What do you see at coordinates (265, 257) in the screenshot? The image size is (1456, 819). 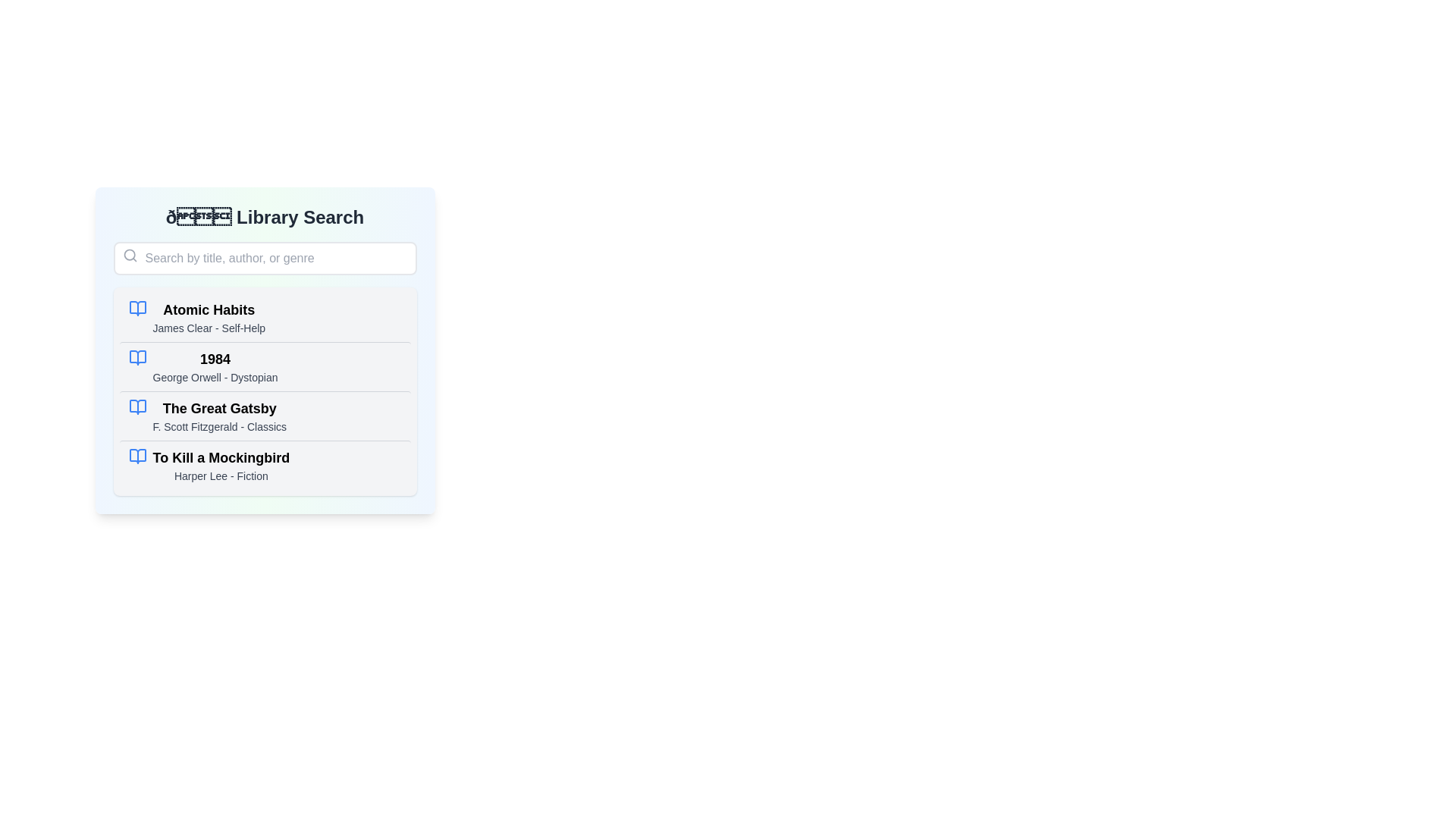 I see `the text input field for the library search, which is located below the bold title '📚 Library Search' and above a list of book entries` at bounding box center [265, 257].